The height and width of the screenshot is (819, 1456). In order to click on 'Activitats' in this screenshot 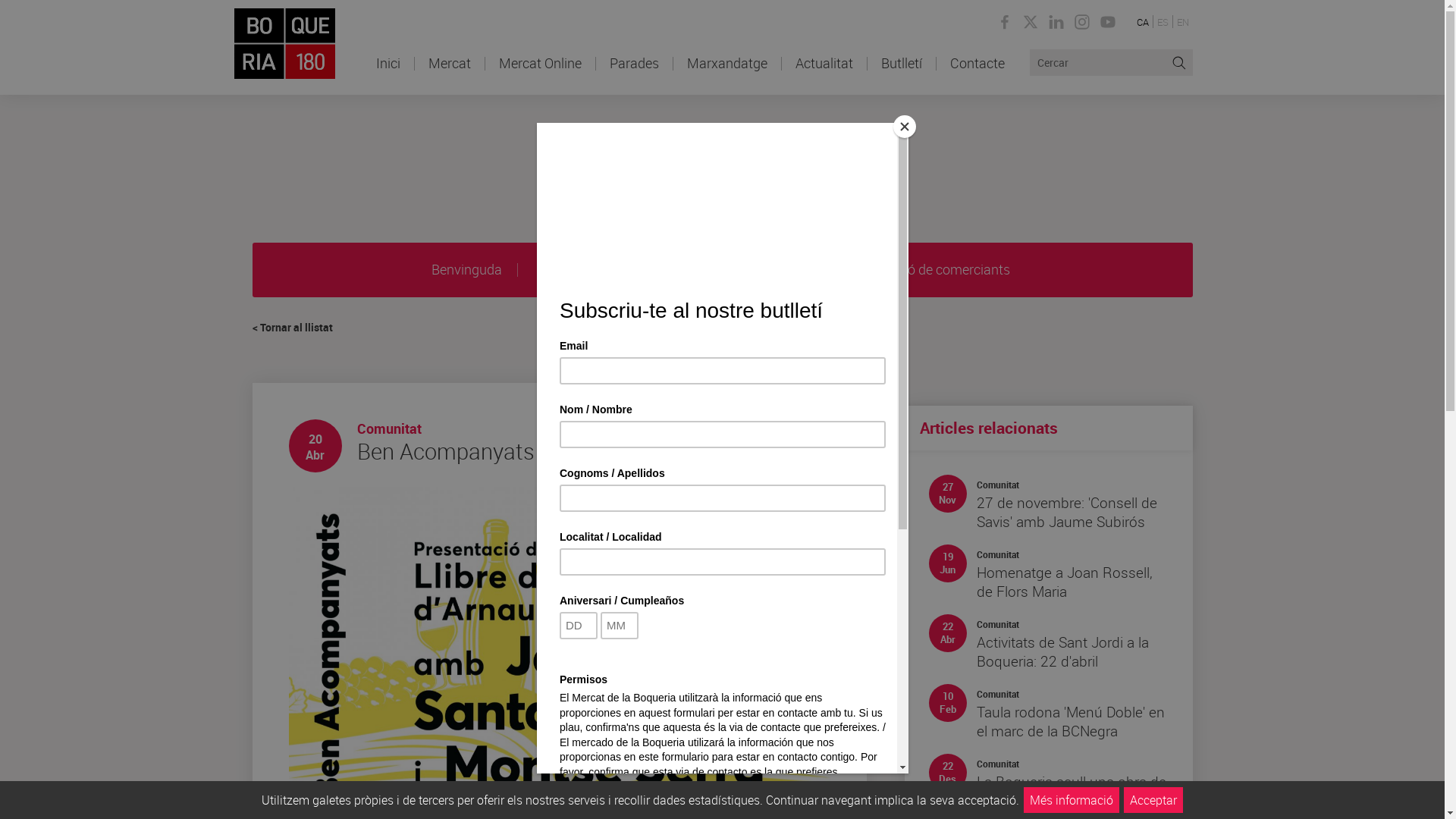, I will do `click(706, 268)`.